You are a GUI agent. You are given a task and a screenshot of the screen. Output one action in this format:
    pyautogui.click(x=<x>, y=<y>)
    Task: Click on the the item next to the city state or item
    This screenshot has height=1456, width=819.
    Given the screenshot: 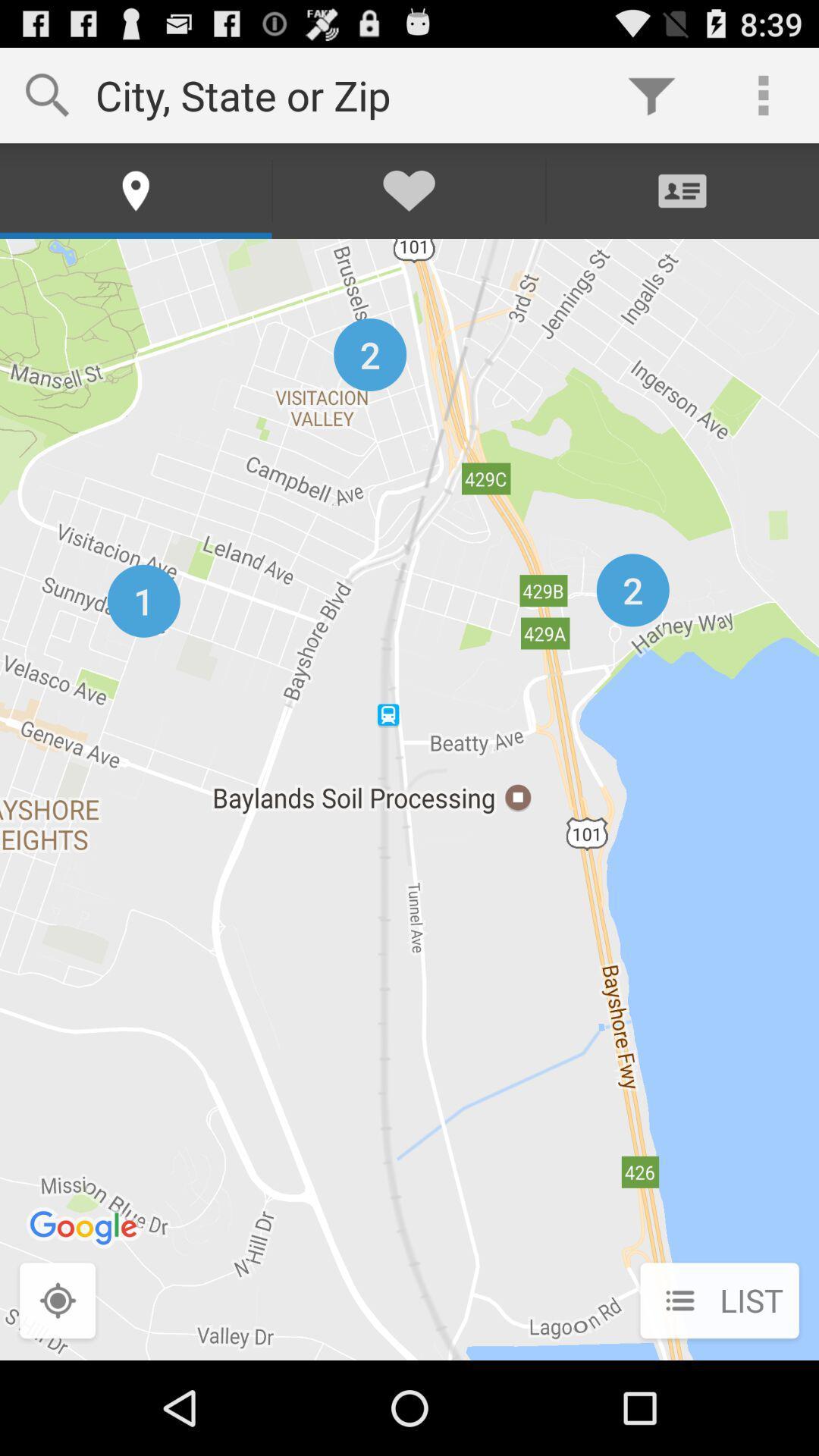 What is the action you would take?
    pyautogui.click(x=651, y=94)
    